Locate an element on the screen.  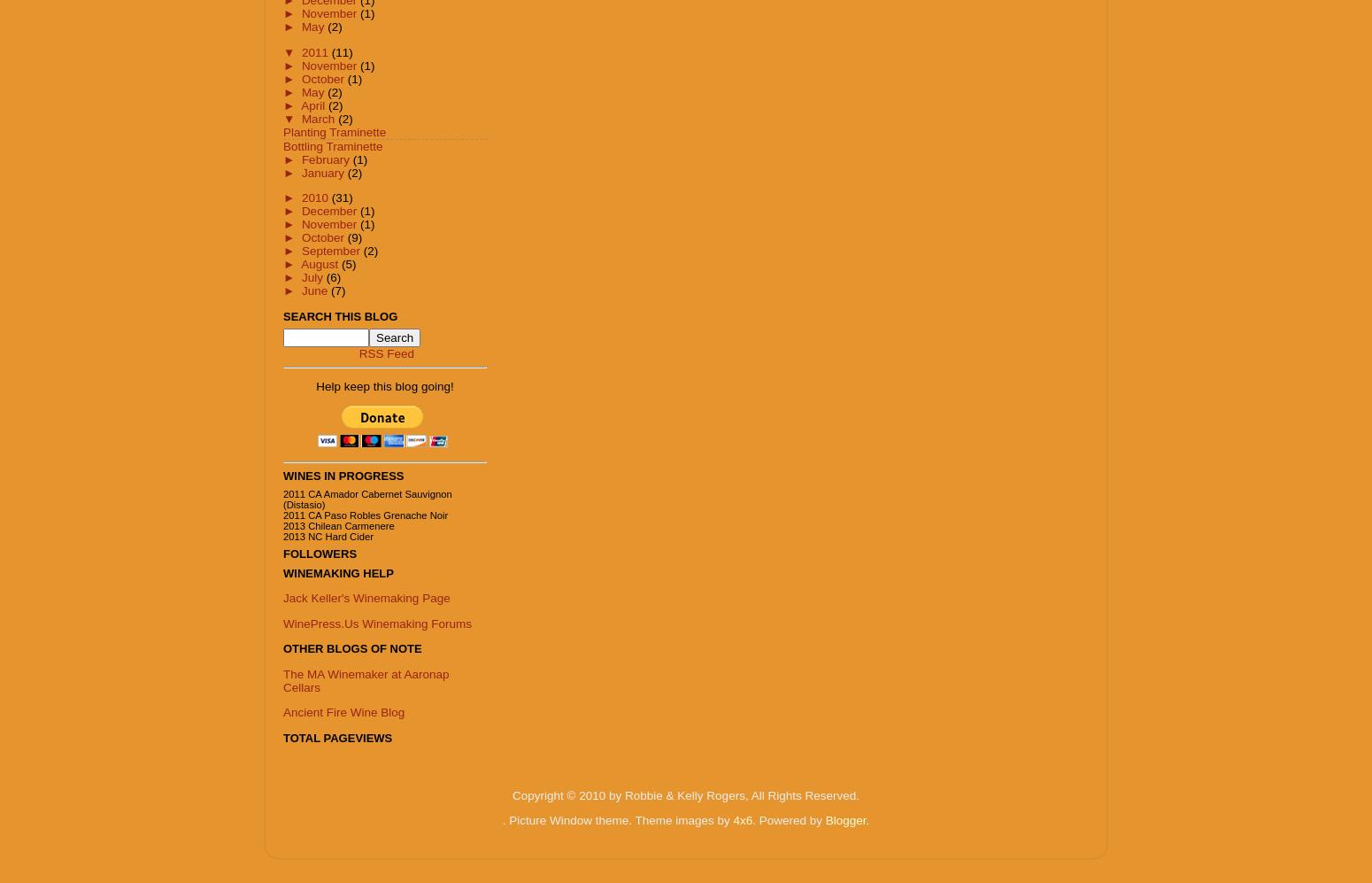
'August' is located at coordinates (320, 264).